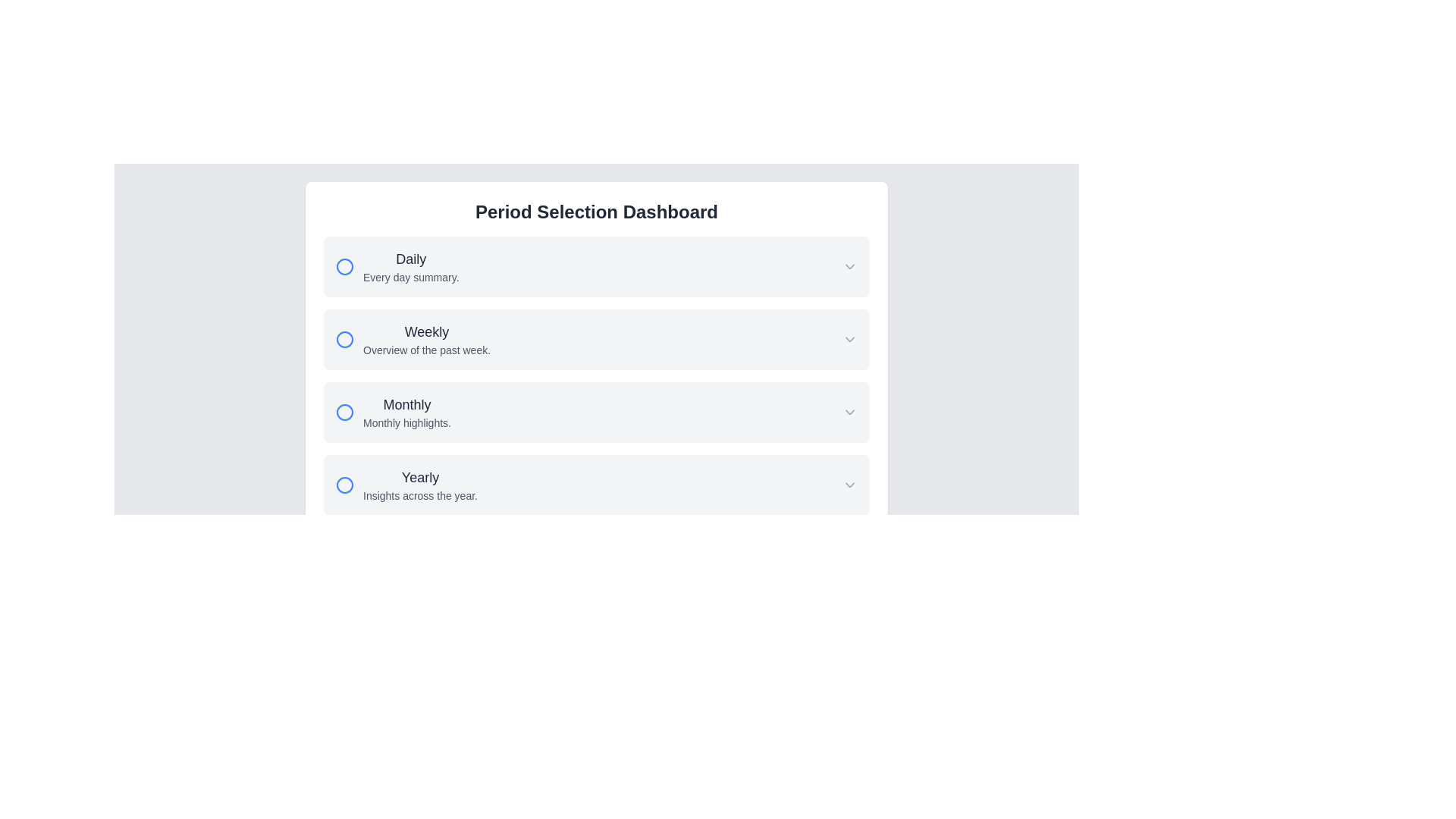  What do you see at coordinates (413, 338) in the screenshot?
I see `the radio button for the 'Weekly' period option, which is the second in a vertical list of selectable options` at bounding box center [413, 338].